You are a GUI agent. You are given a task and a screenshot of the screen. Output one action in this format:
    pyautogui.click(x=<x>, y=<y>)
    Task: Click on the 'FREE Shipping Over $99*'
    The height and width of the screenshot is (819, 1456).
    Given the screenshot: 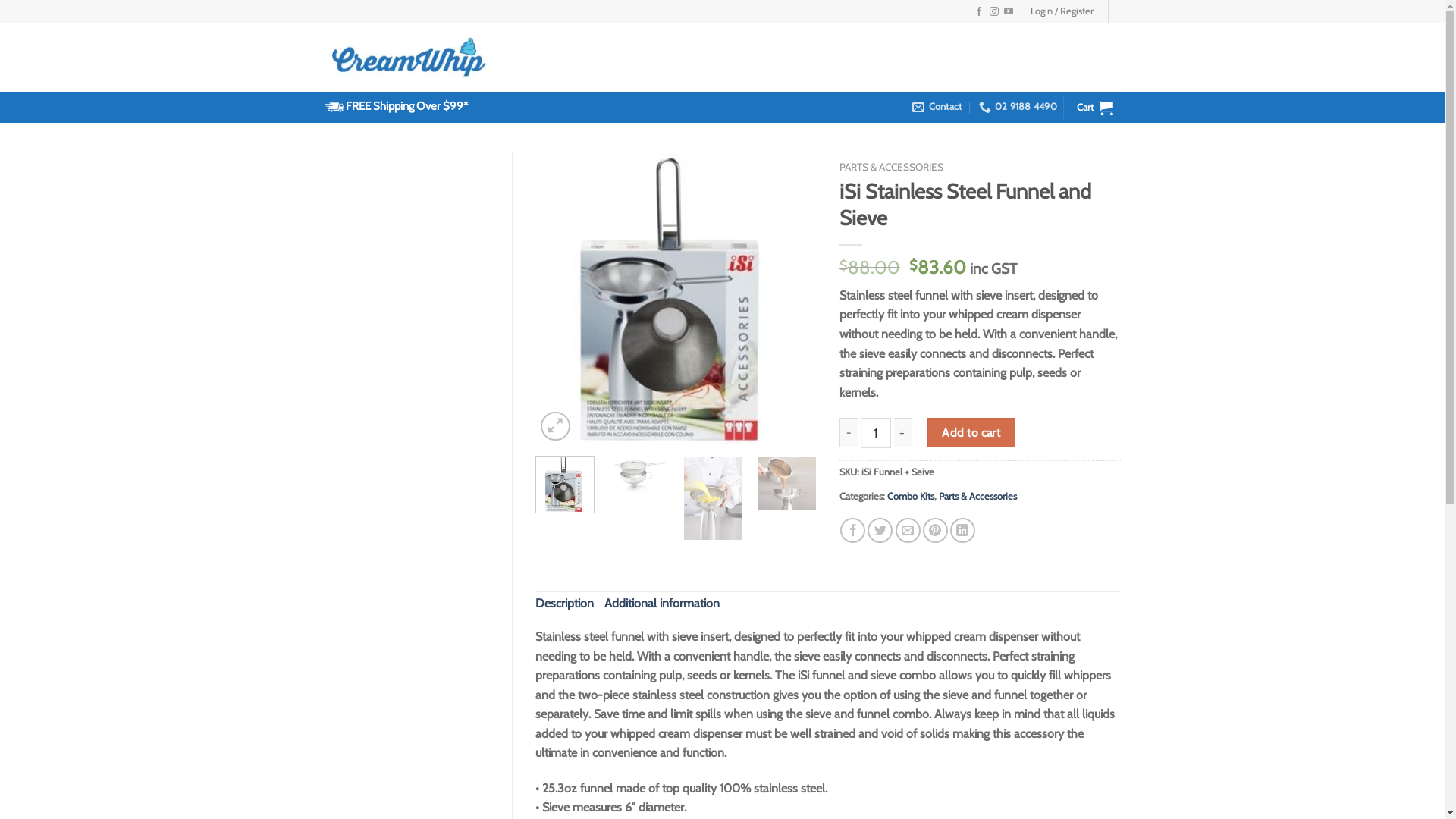 What is the action you would take?
    pyautogui.click(x=406, y=105)
    